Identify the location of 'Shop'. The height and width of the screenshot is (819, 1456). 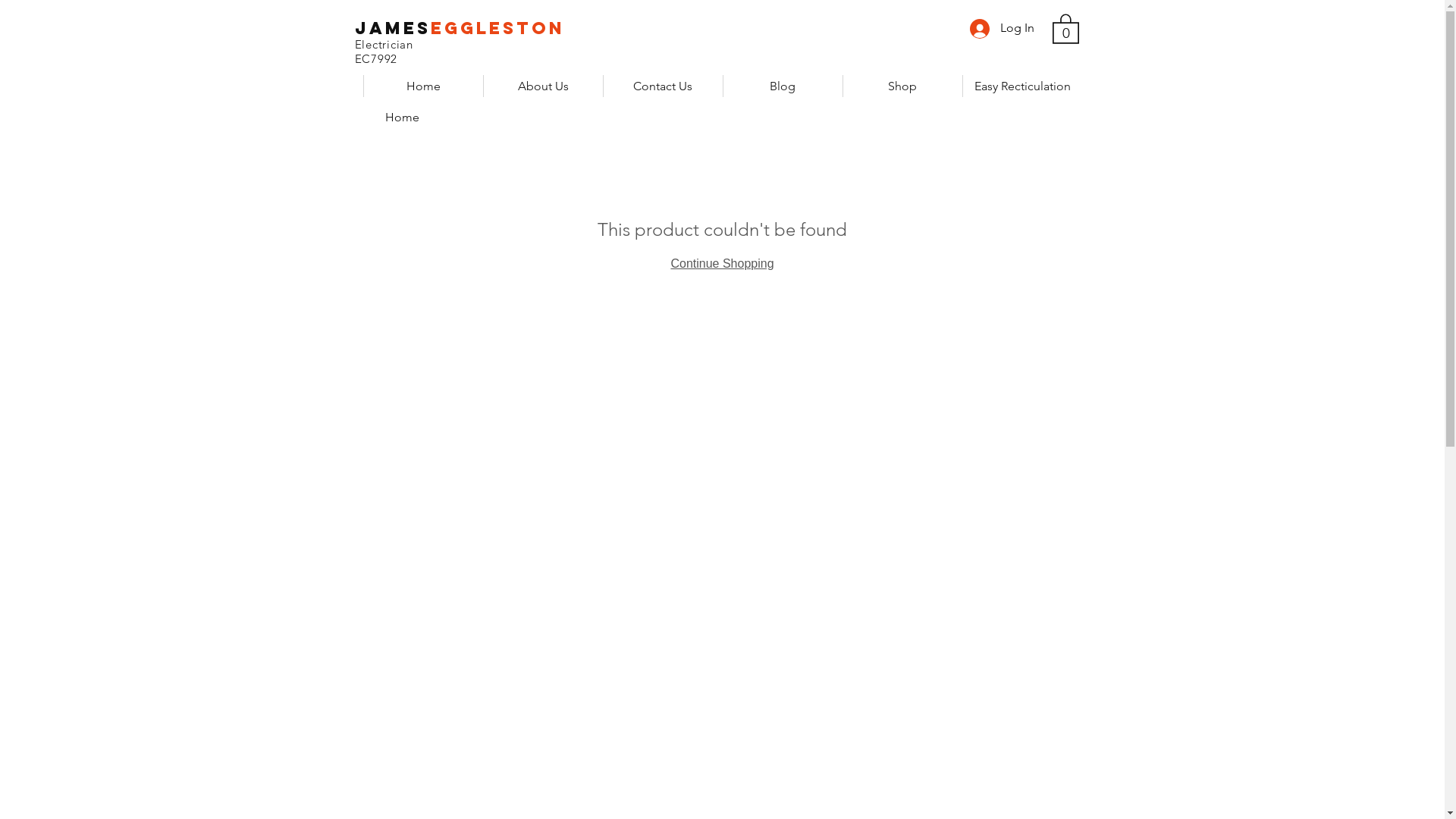
(902, 86).